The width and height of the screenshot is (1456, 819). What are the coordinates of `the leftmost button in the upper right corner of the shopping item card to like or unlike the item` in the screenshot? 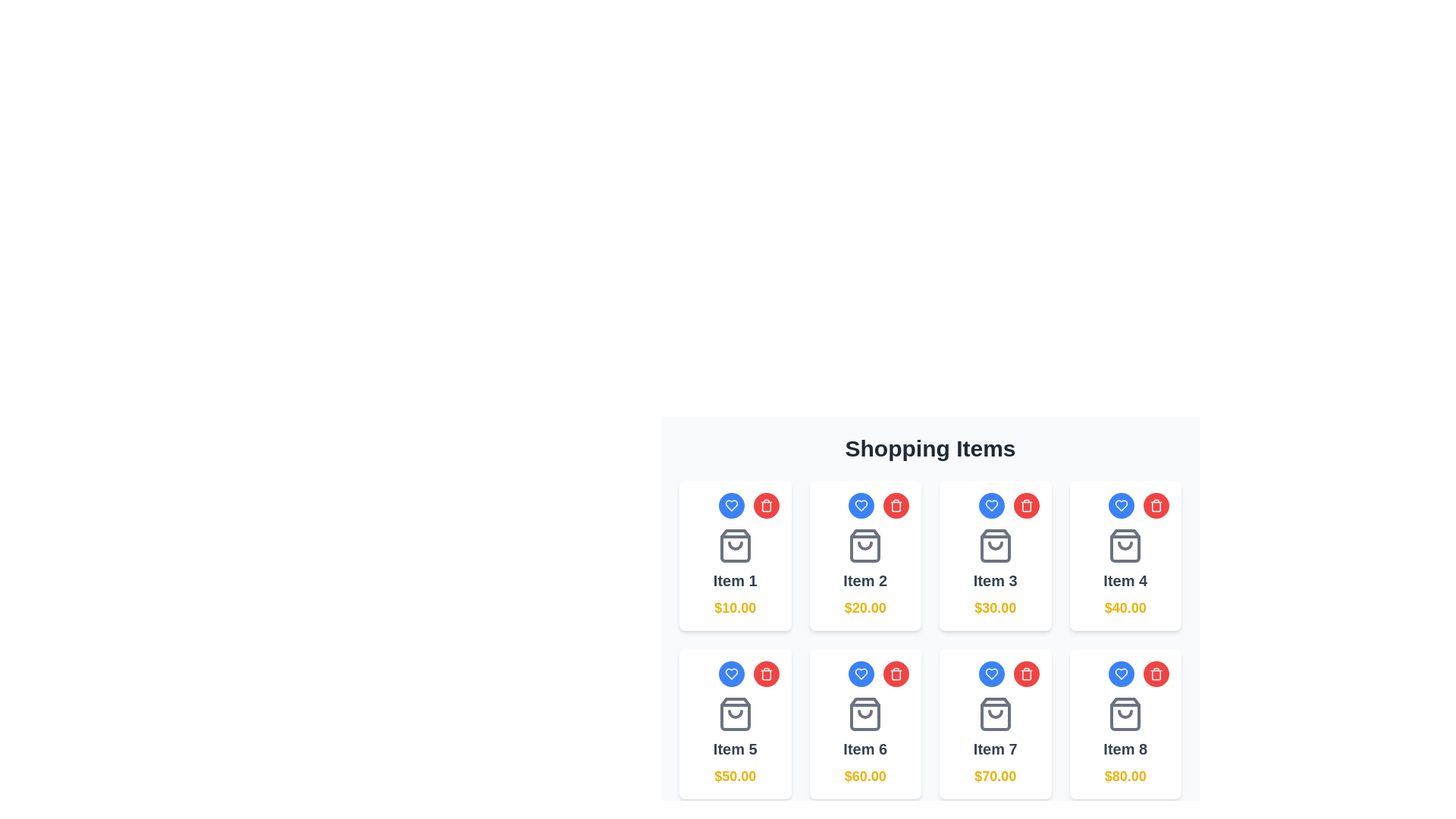 It's located at (1121, 506).